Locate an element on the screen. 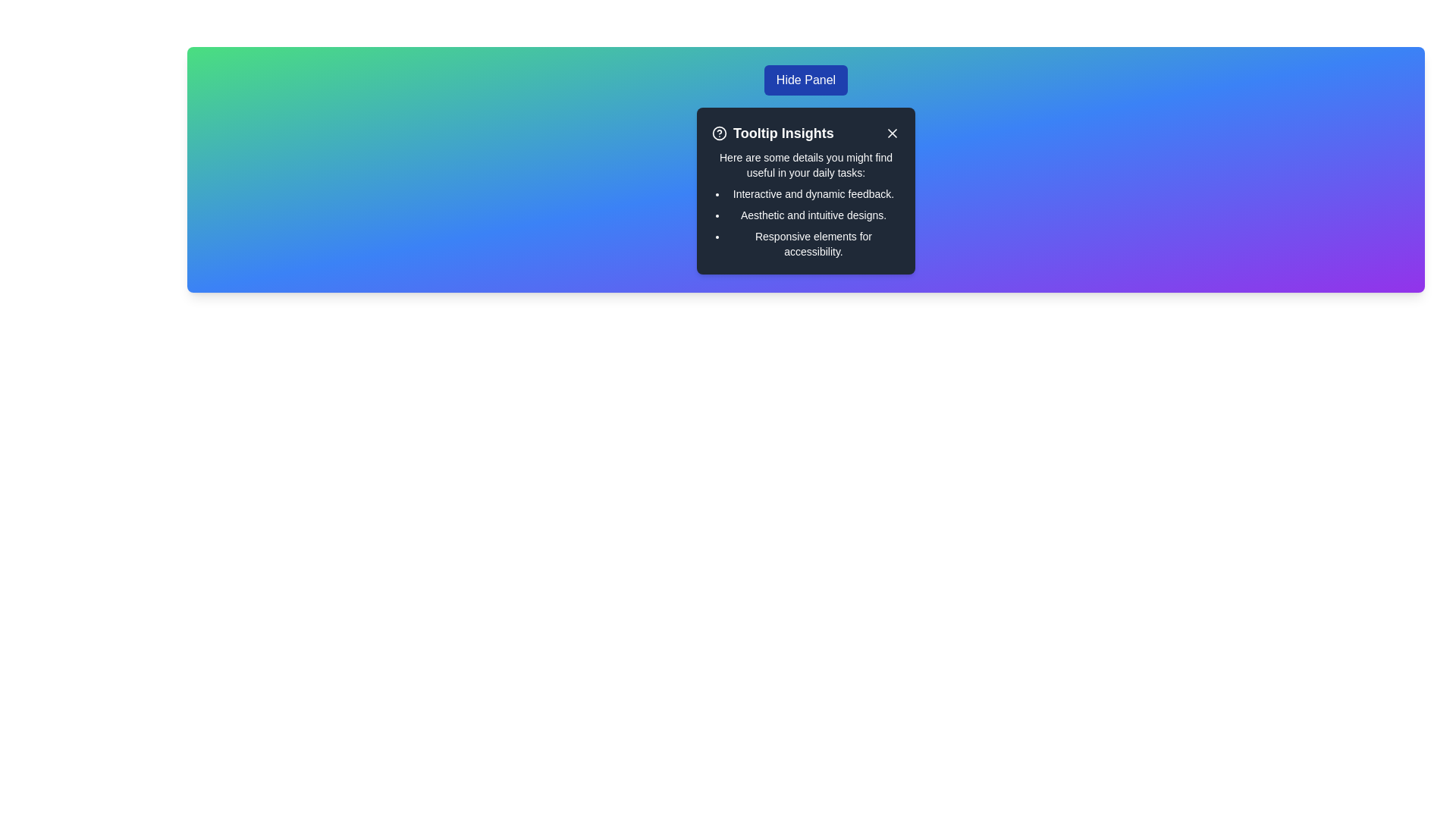 The width and height of the screenshot is (1456, 819). the second item in a bulleted list that serves as static text, providing descriptive information within a tooltip overlay is located at coordinates (813, 215).